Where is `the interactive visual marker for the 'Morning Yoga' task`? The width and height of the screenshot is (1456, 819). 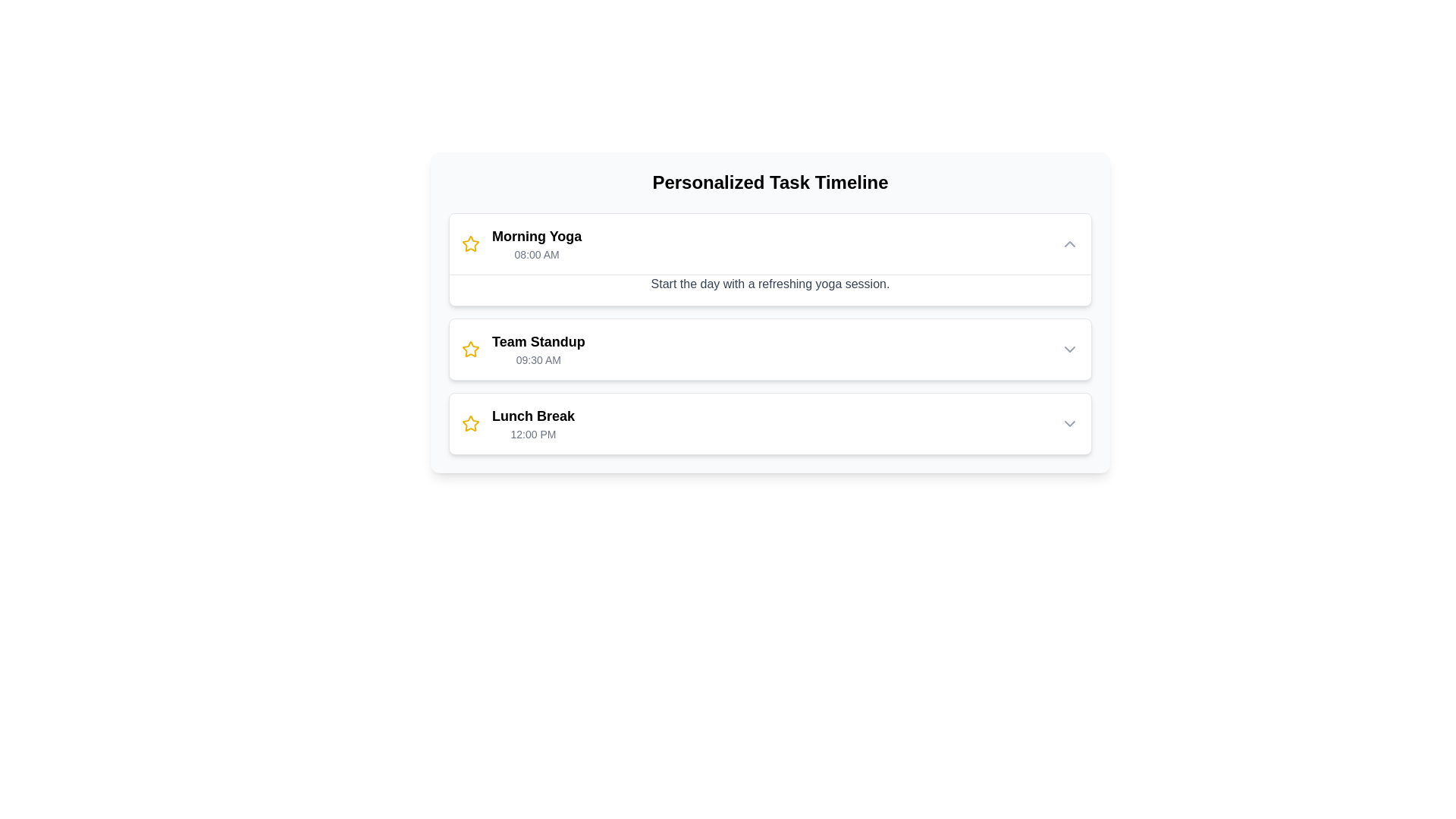 the interactive visual marker for the 'Morning Yoga' task is located at coordinates (469, 423).